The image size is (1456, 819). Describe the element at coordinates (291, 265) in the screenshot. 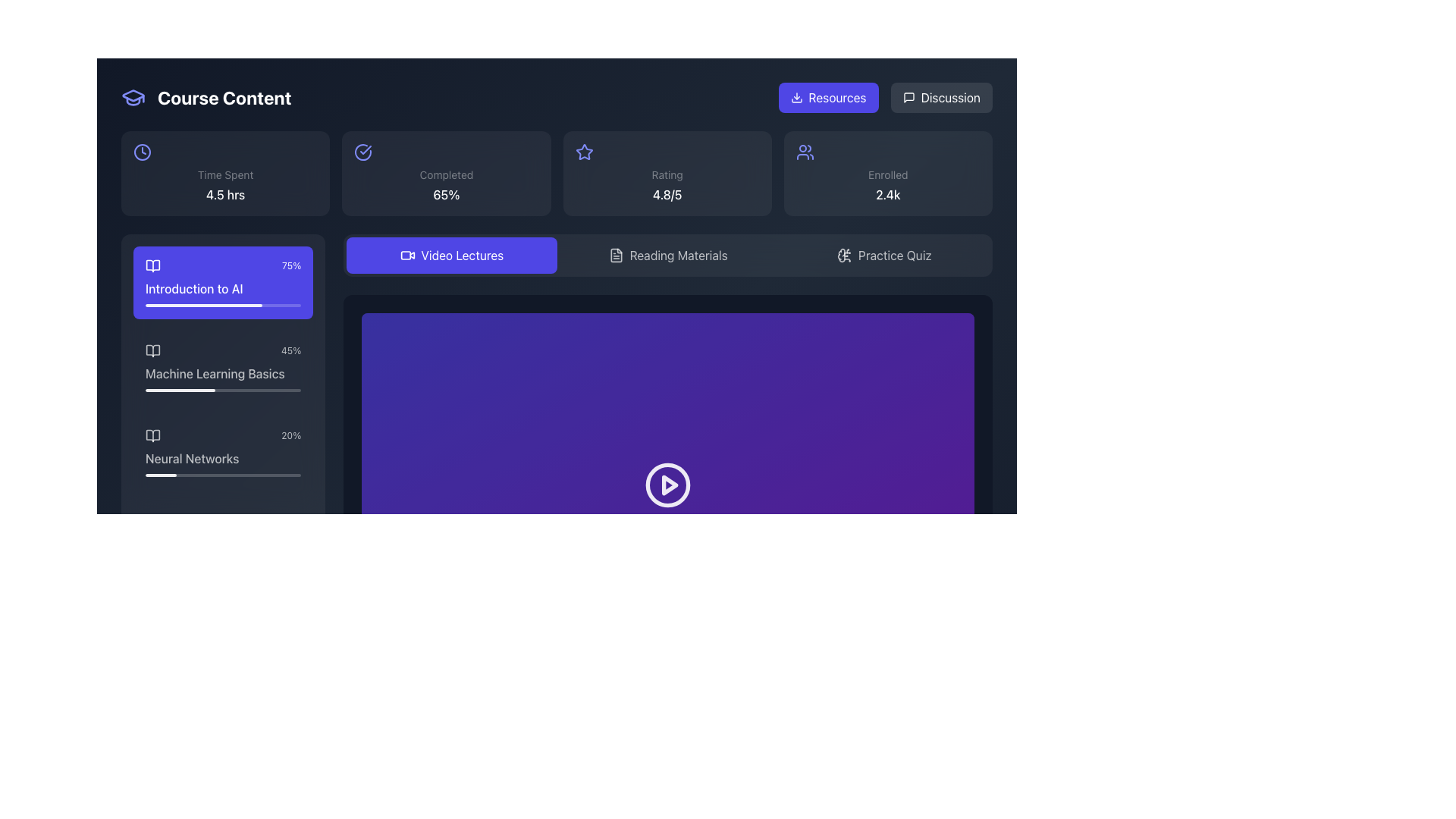

I see `the progress percentage label indicating the completion status of the 'Introduction to AI' section, located at the top-right corner of the purple-highlighted section` at that location.